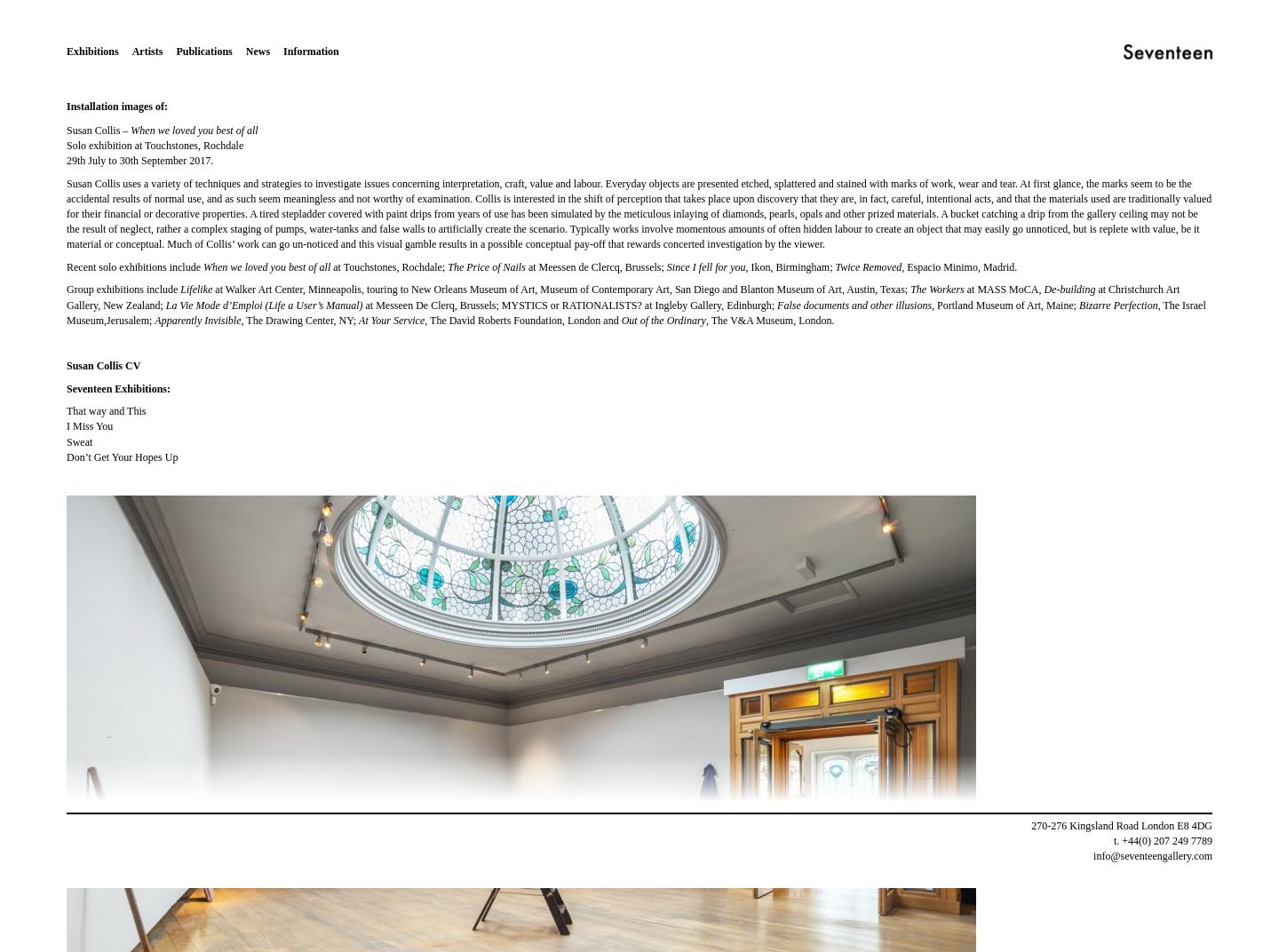  What do you see at coordinates (639, 213) in the screenshot?
I see `'Susan Collis uses a variety of techniques and strategies to investigate issues concerning interpretation, craft, value and labour. Everyday objects are presented etched, splattered and stained with marks of work, wear and tear. At first glance, the marks seem to be the accidental results of normal use, and as such seem meaningless and not worthy of examination. Collis is interested in the shift of perception that takes place upon discovery that they are, in fact, careful, intentional acts, and that the materials used are traditionally valued for their financial or decorative properties. A tired stepladder covered with paint drips from years of use has been simulated by the meticulous inlaying of diamonds, pearls, opals and other prized materials. A bucket catching a drip from the gallery ceiling may not be the result of neglect, rather a complex staging of pumps, water-tanks and false walls to artificially create the scenario. Typically works involve momentous amounts of often hidden labour to create an object that may easily go unnoticed, but is replete with value, be it material or conceptual. Much of Collis’ work can go un-noticed and this visual gamble results in a possible conceptual pay-off that rewards concerted investigation by the viewer.'` at bounding box center [639, 213].